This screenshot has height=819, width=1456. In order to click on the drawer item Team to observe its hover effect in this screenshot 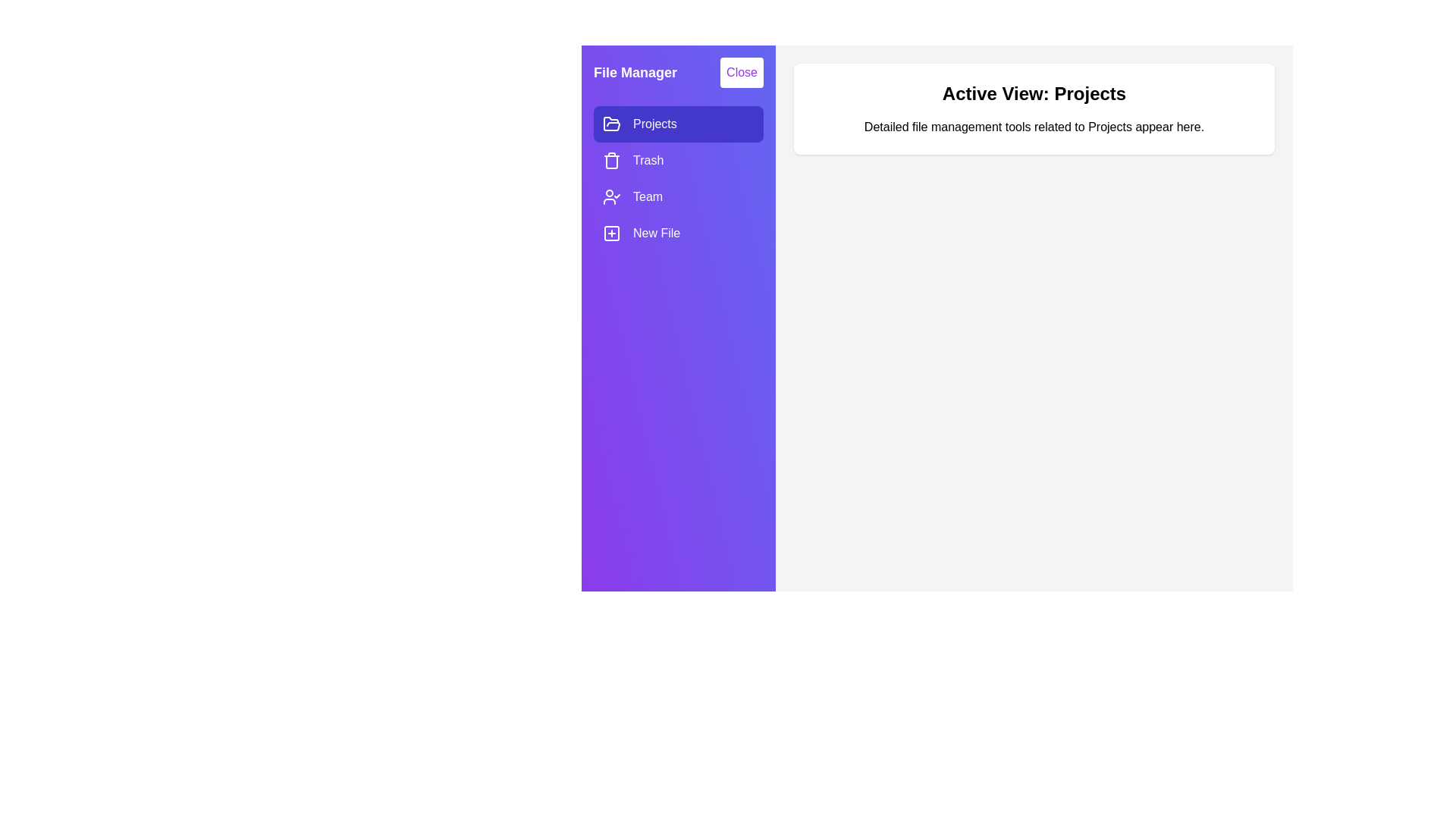, I will do `click(677, 196)`.